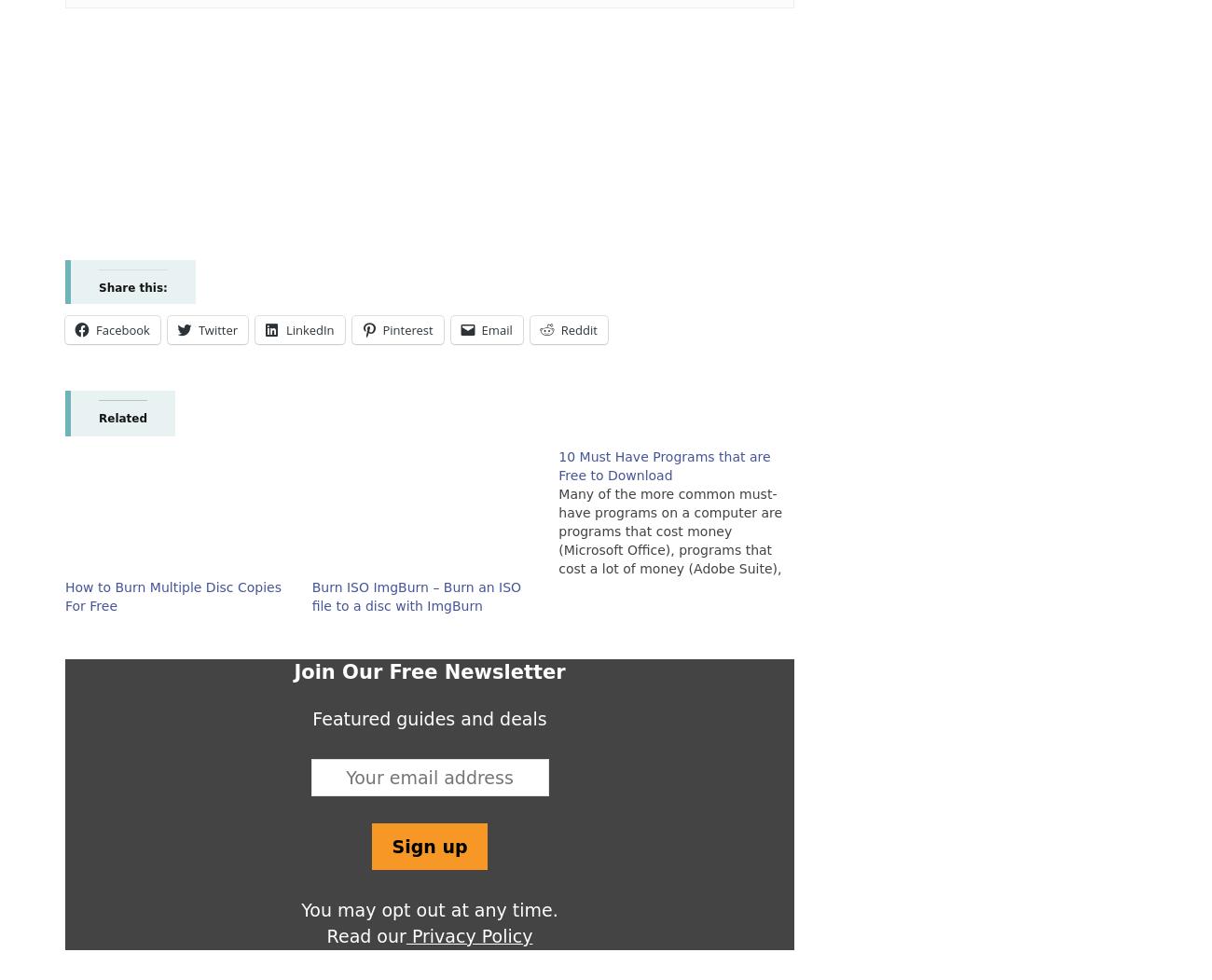 The height and width of the screenshot is (980, 1212). I want to click on 'You may opt out at any time.', so click(428, 909).